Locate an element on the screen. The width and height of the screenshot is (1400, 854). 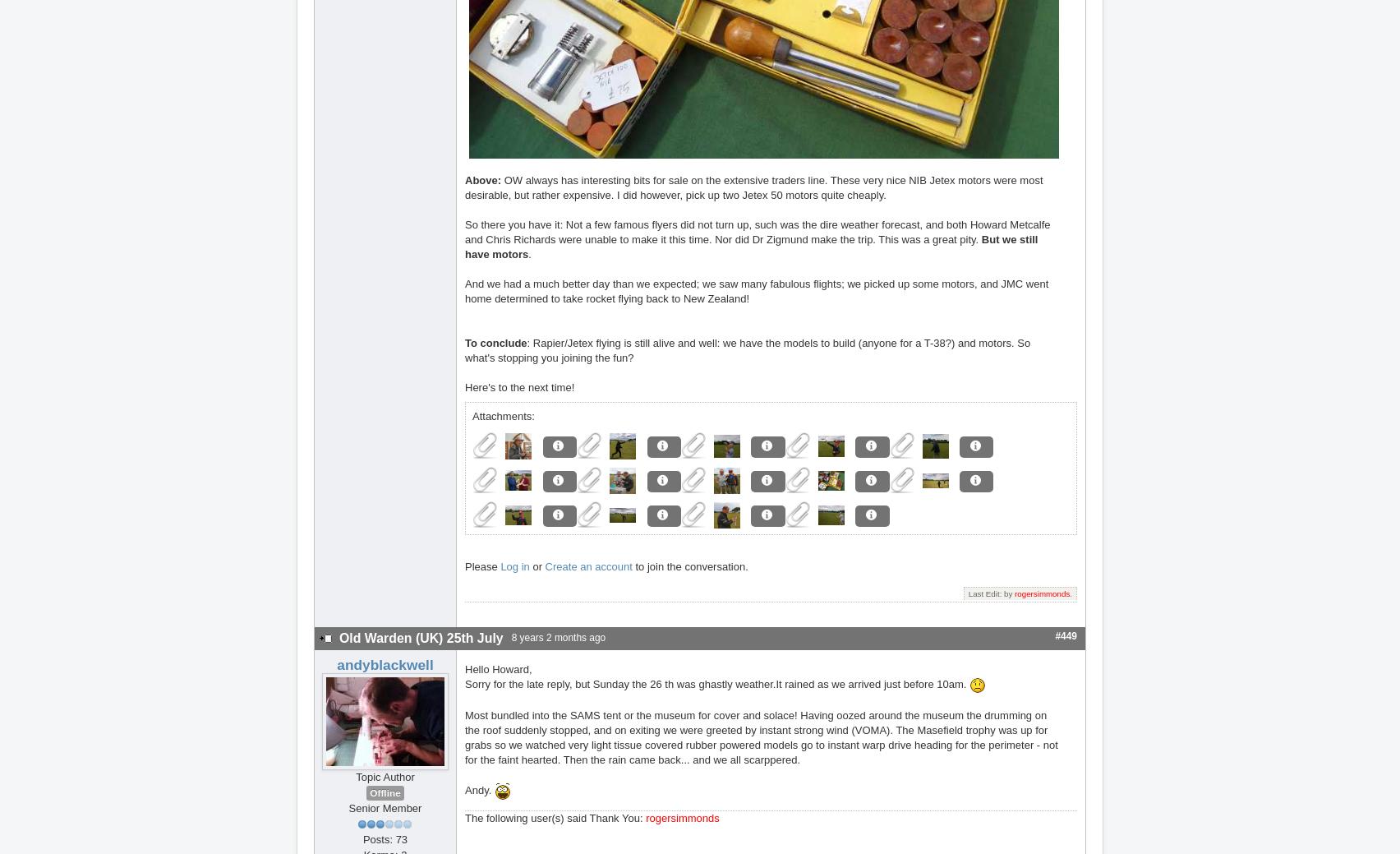
'Most bundled into the SAMS tent or the museum for cover and solace! Having oozed around the museum the drumming on the roof suddenly stopped, and on exiting we were greeted by instant strong wind (VOMA). The Masefield trophy was up for grabs so we watched very light tissue covered rubber powered models go to instant warp drive heading for the perimeter - not for the faint hearted. Then the rain came back... and we all scarppered.' is located at coordinates (761, 736).